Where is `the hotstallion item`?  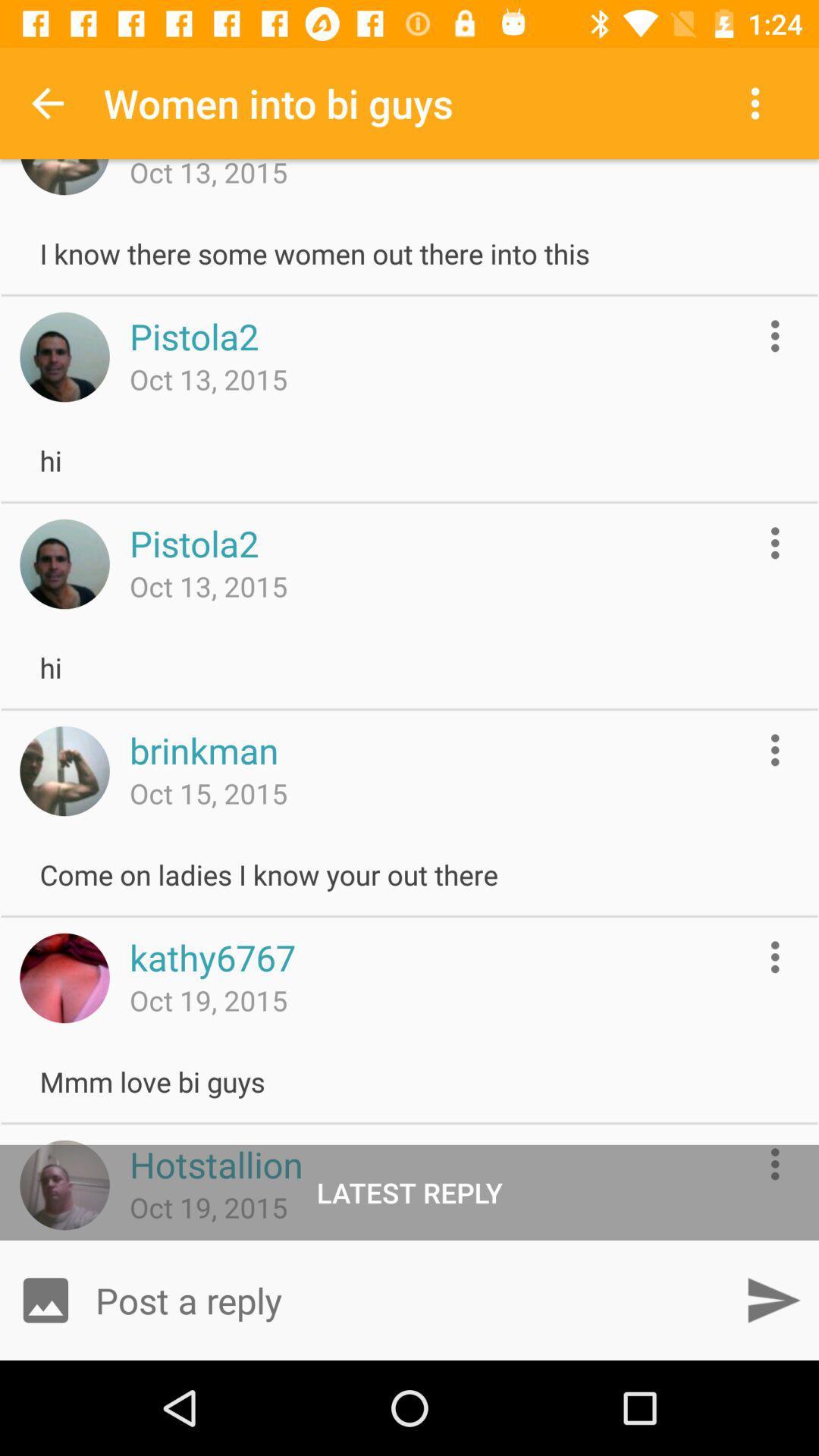 the hotstallion item is located at coordinates (216, 1163).